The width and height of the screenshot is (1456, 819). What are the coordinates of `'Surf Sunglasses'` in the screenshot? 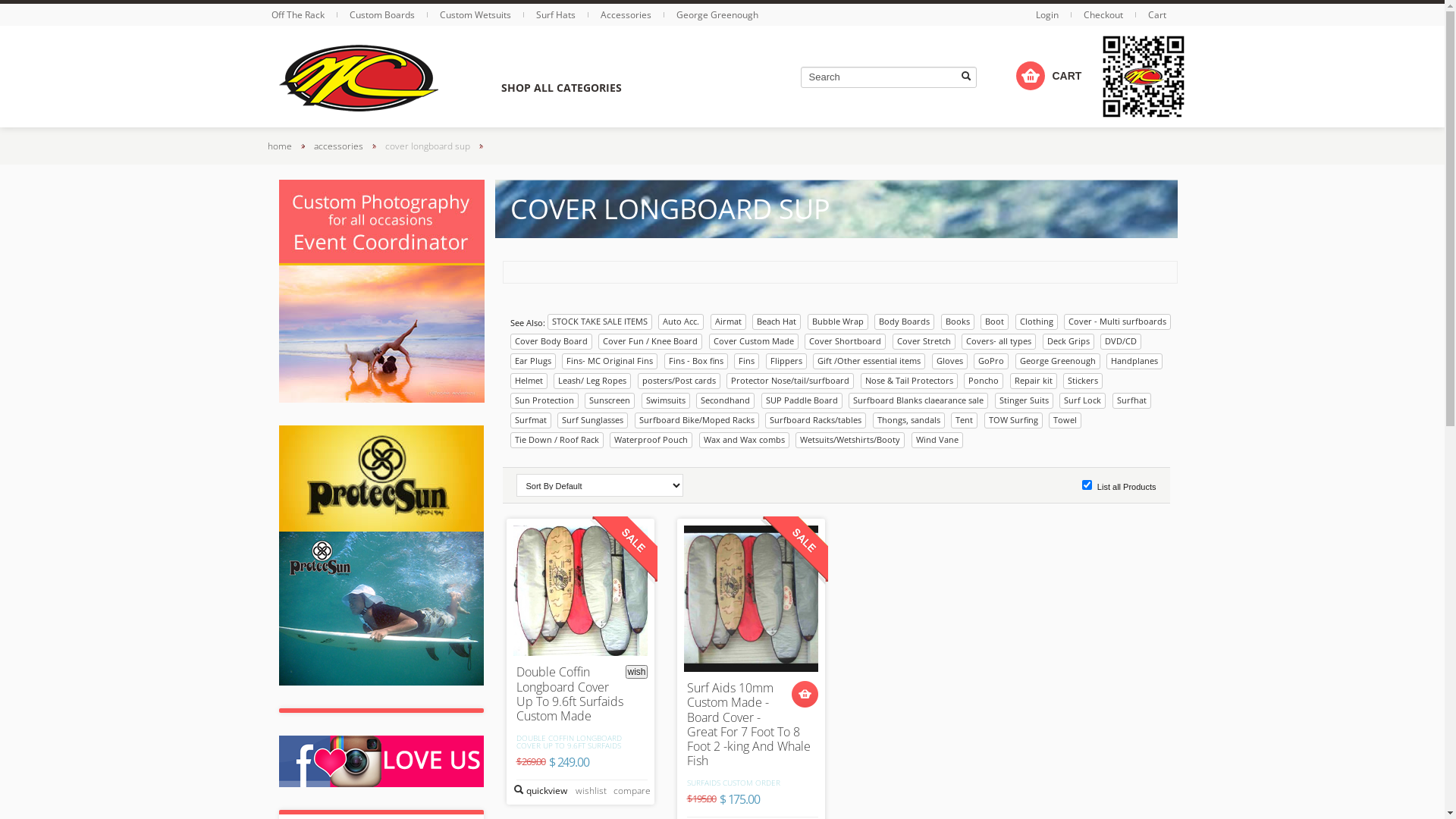 It's located at (556, 420).